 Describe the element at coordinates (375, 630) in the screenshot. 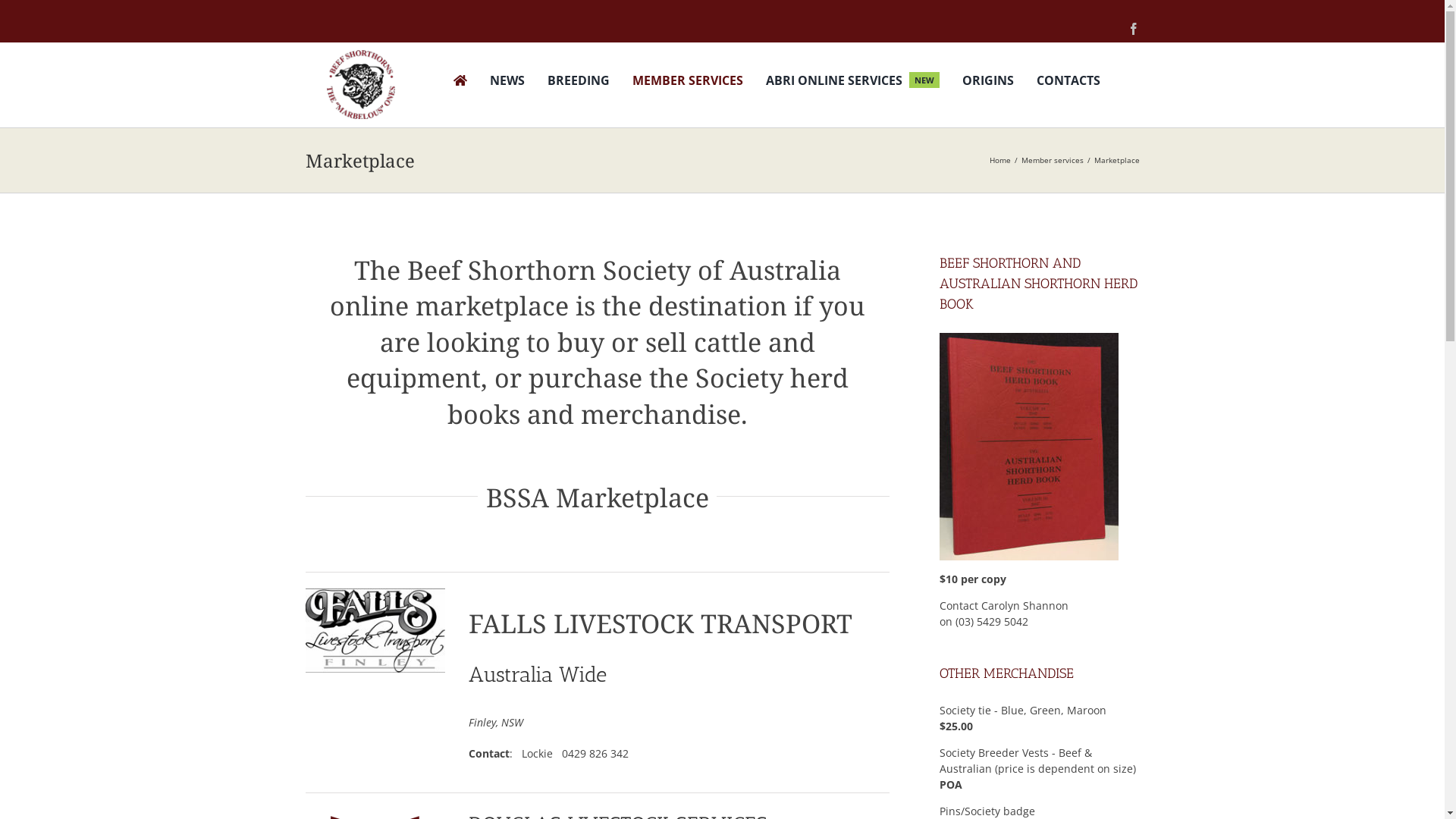

I see `'FLT new logo'` at that location.